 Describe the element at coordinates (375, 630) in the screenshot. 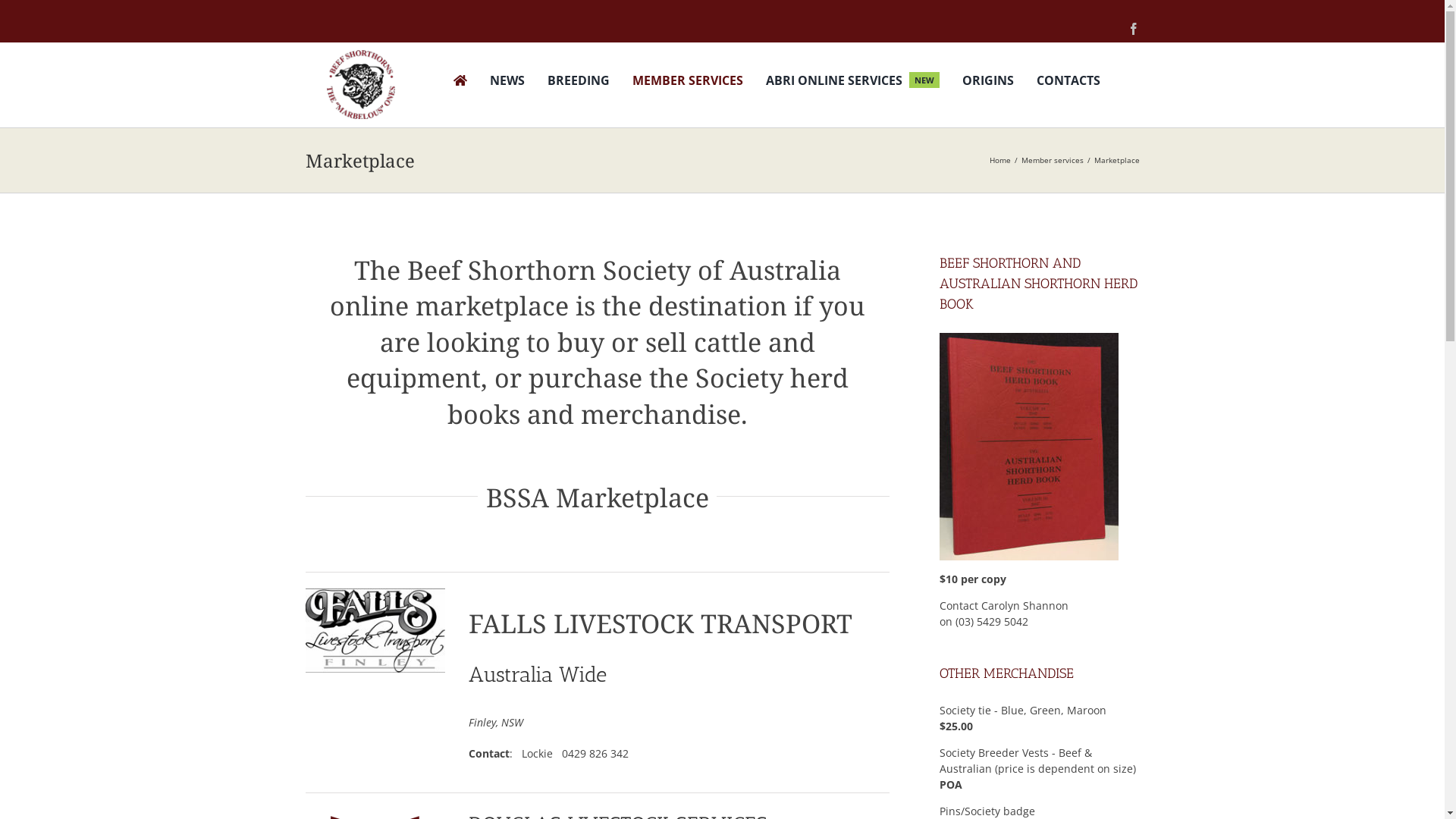

I see `'FLT new logo'` at that location.